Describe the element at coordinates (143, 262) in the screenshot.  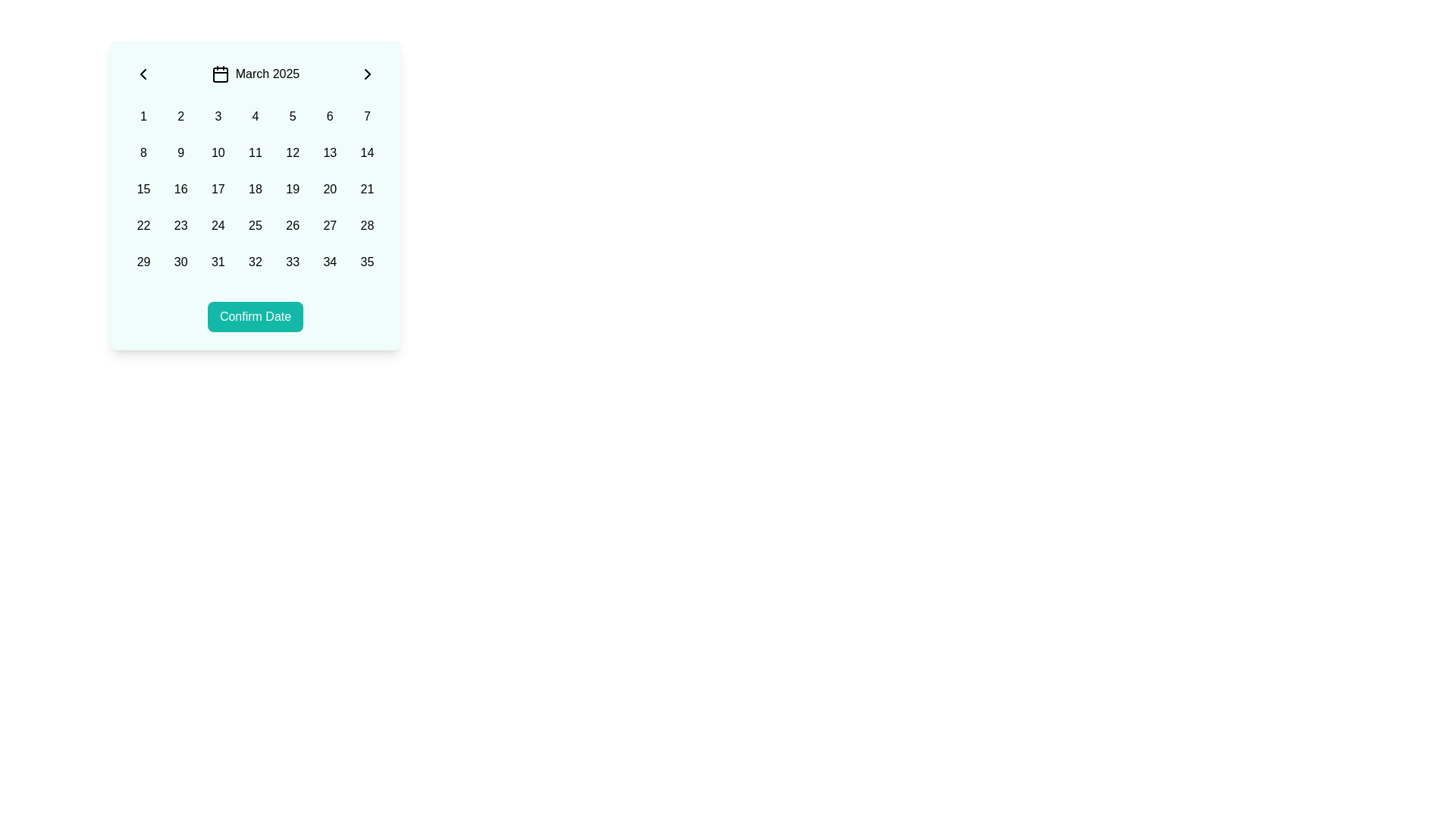
I see `the button displaying '29' in the date picker interface, located in the third row and first column of the grid` at that location.